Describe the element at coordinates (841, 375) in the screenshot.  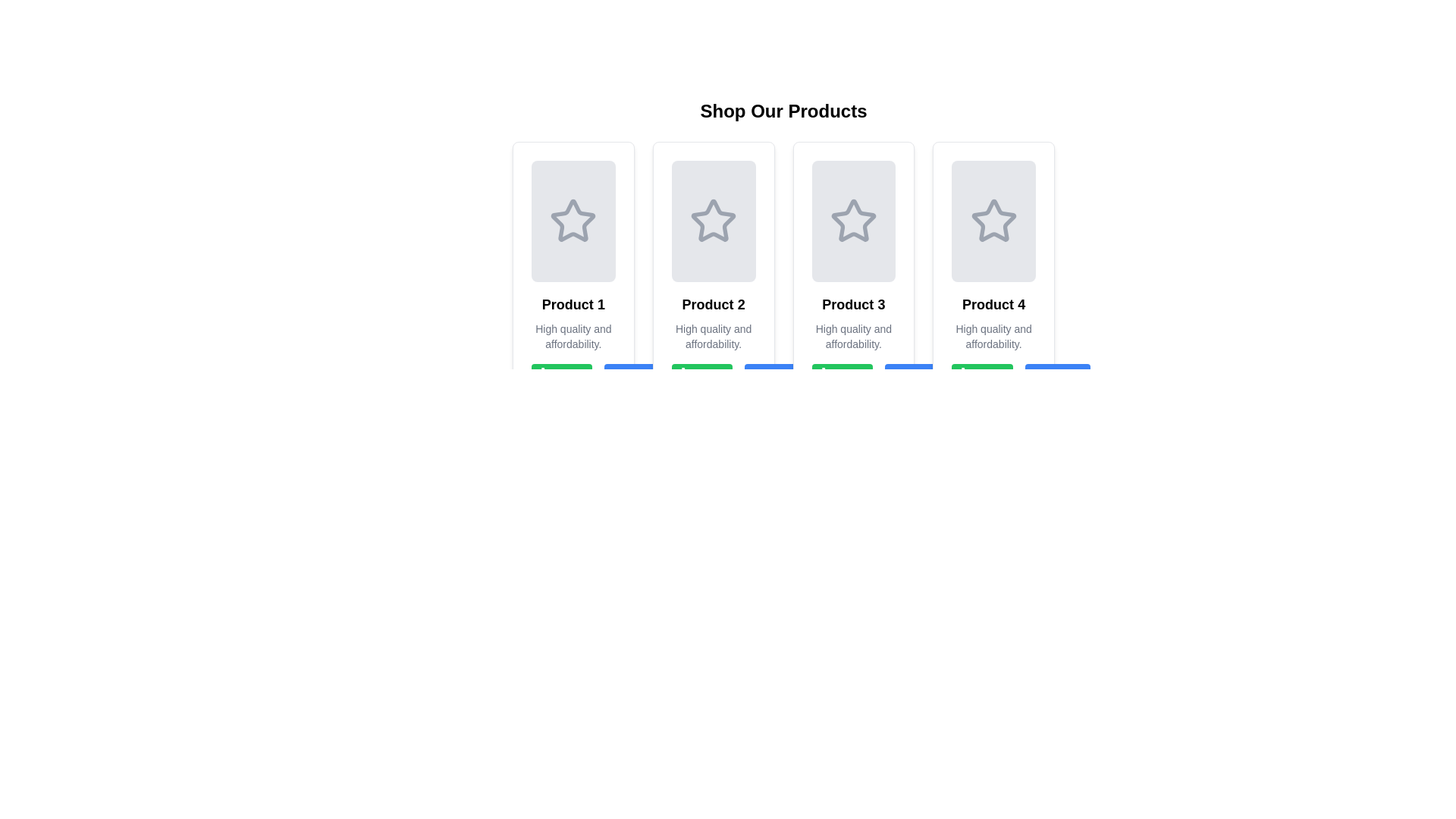
I see `the 'Add to Cart' button for 'Product 3'` at that location.